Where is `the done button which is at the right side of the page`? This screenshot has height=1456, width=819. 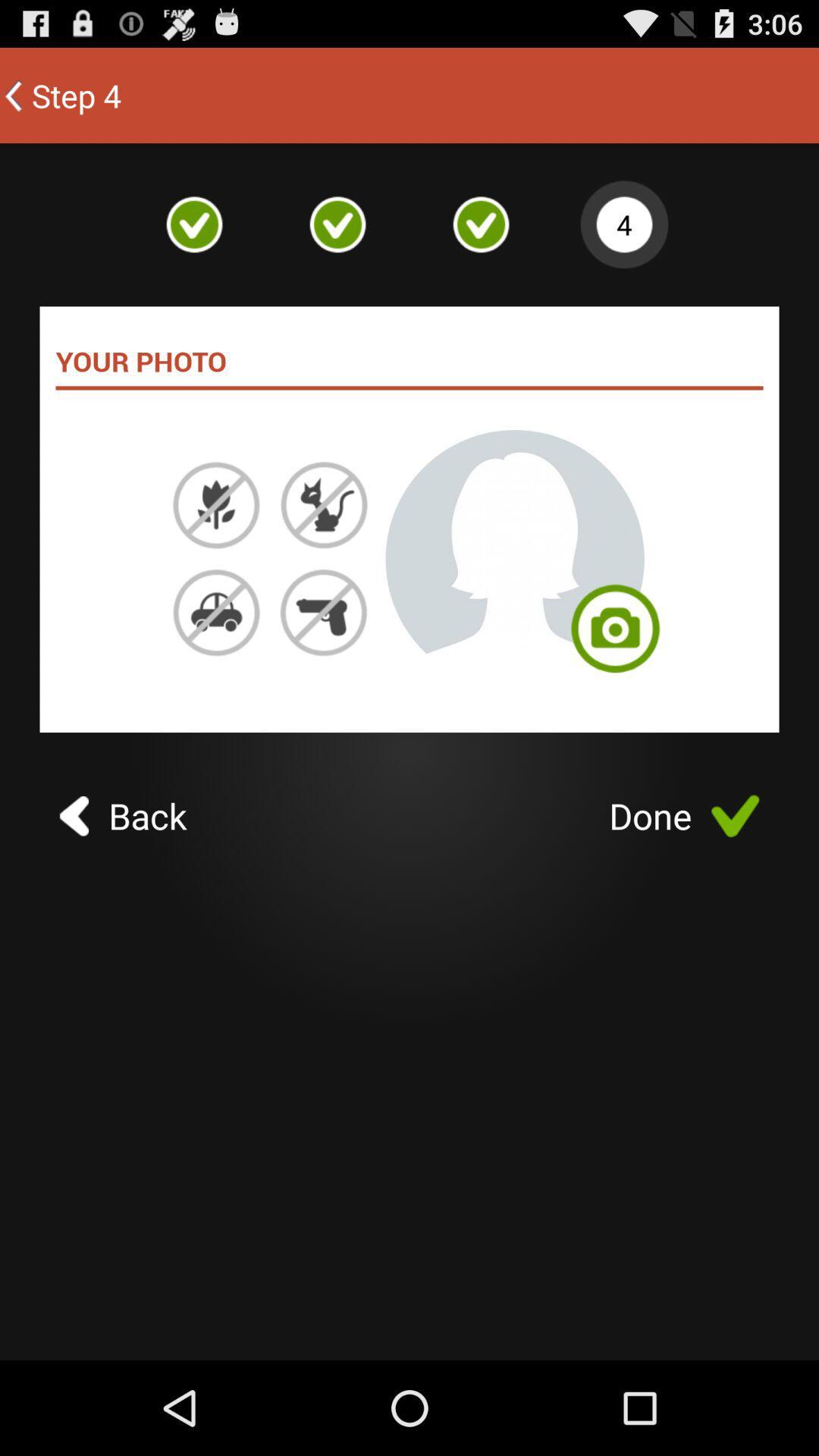
the done button which is at the right side of the page is located at coordinates (684, 814).